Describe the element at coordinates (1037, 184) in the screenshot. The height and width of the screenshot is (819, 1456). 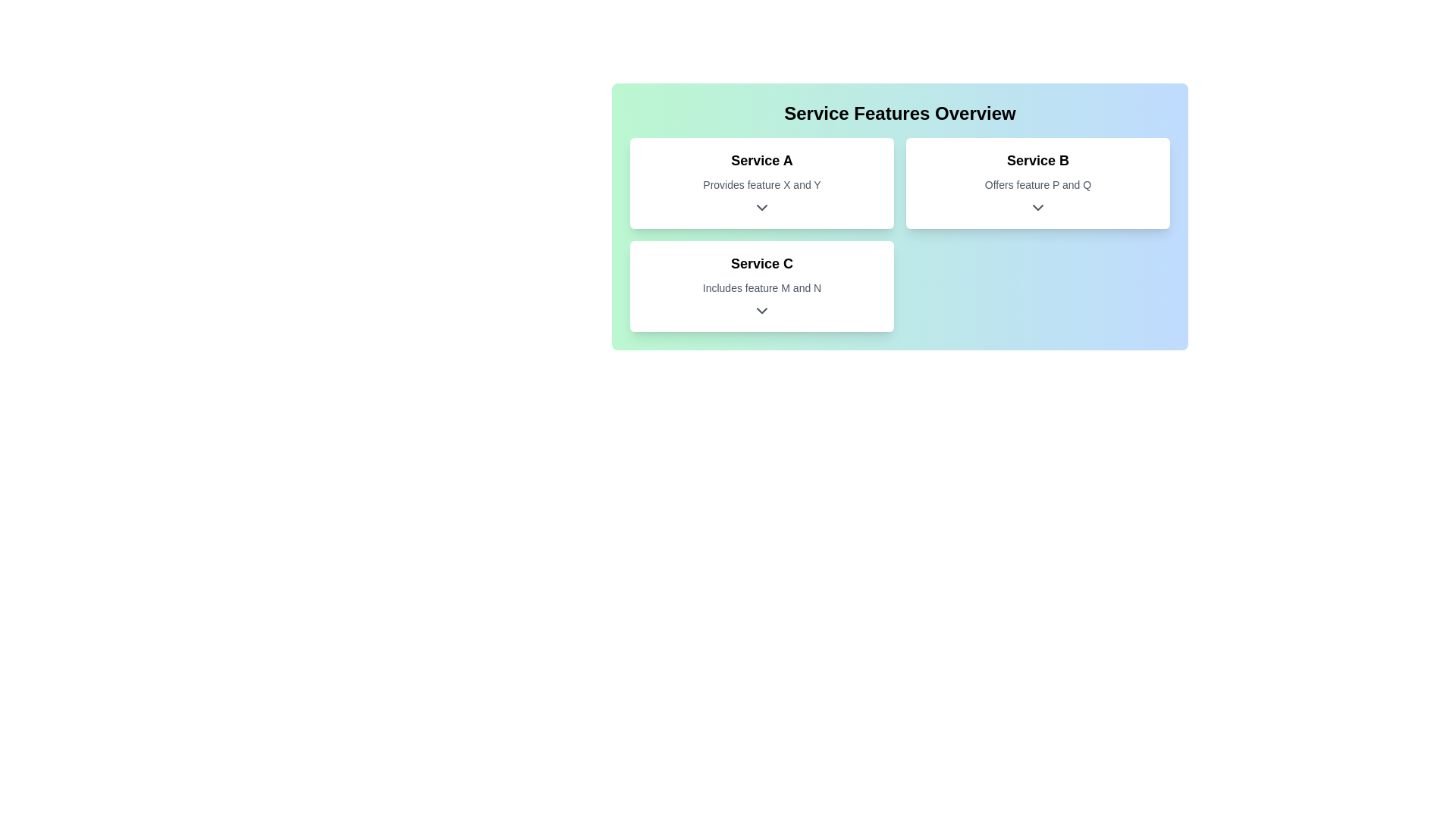
I see `the static text label providing an overview of features related to 'Service B', which is located in the second column of the three-column layout, directly below the title 'Service B'` at that location.